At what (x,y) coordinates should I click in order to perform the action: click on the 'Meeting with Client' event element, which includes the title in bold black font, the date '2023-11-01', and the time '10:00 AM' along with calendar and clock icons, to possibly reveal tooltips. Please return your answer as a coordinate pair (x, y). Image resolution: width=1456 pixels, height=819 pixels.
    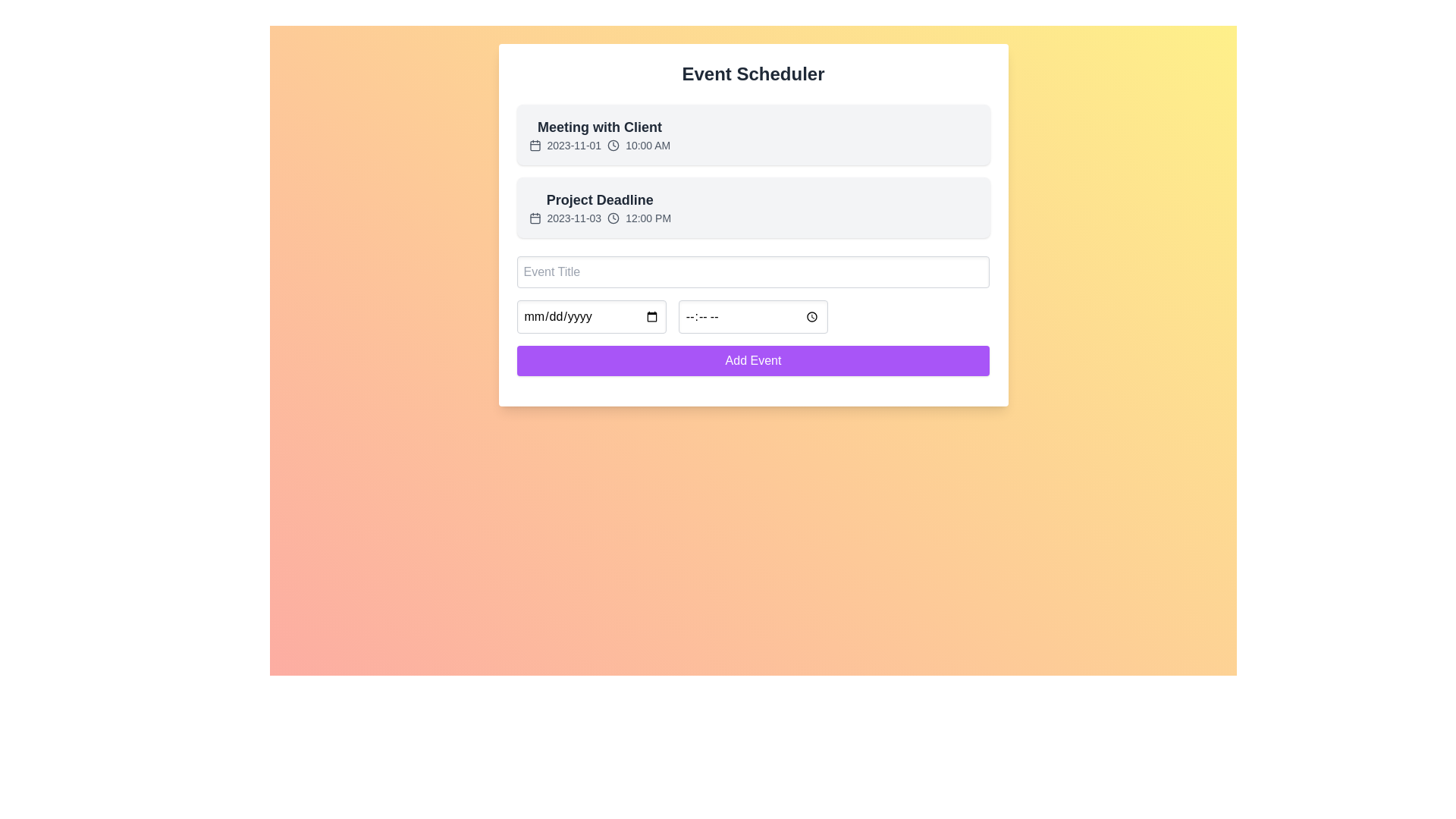
    Looking at the image, I should click on (598, 133).